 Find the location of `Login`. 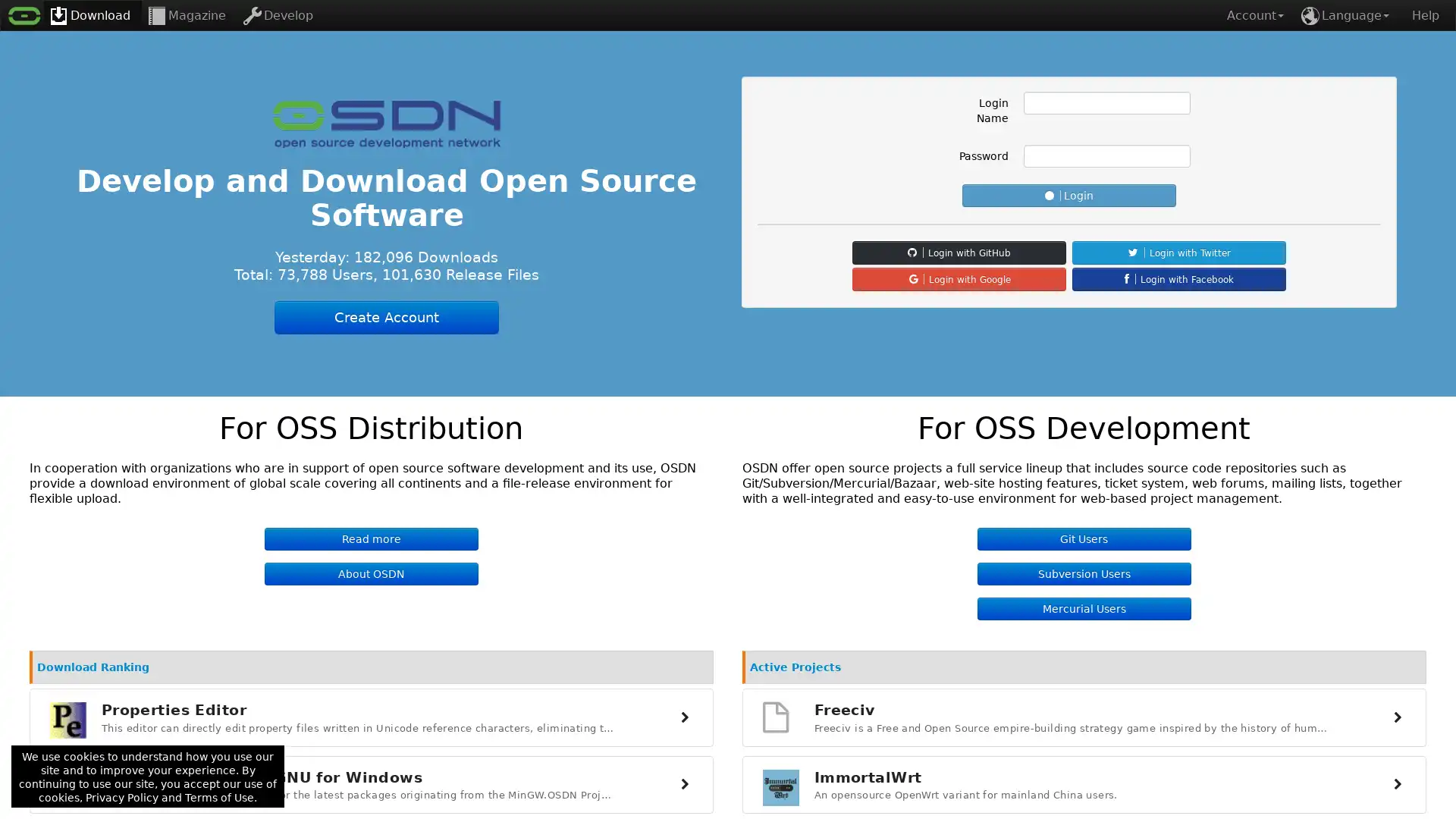

Login is located at coordinates (1068, 195).